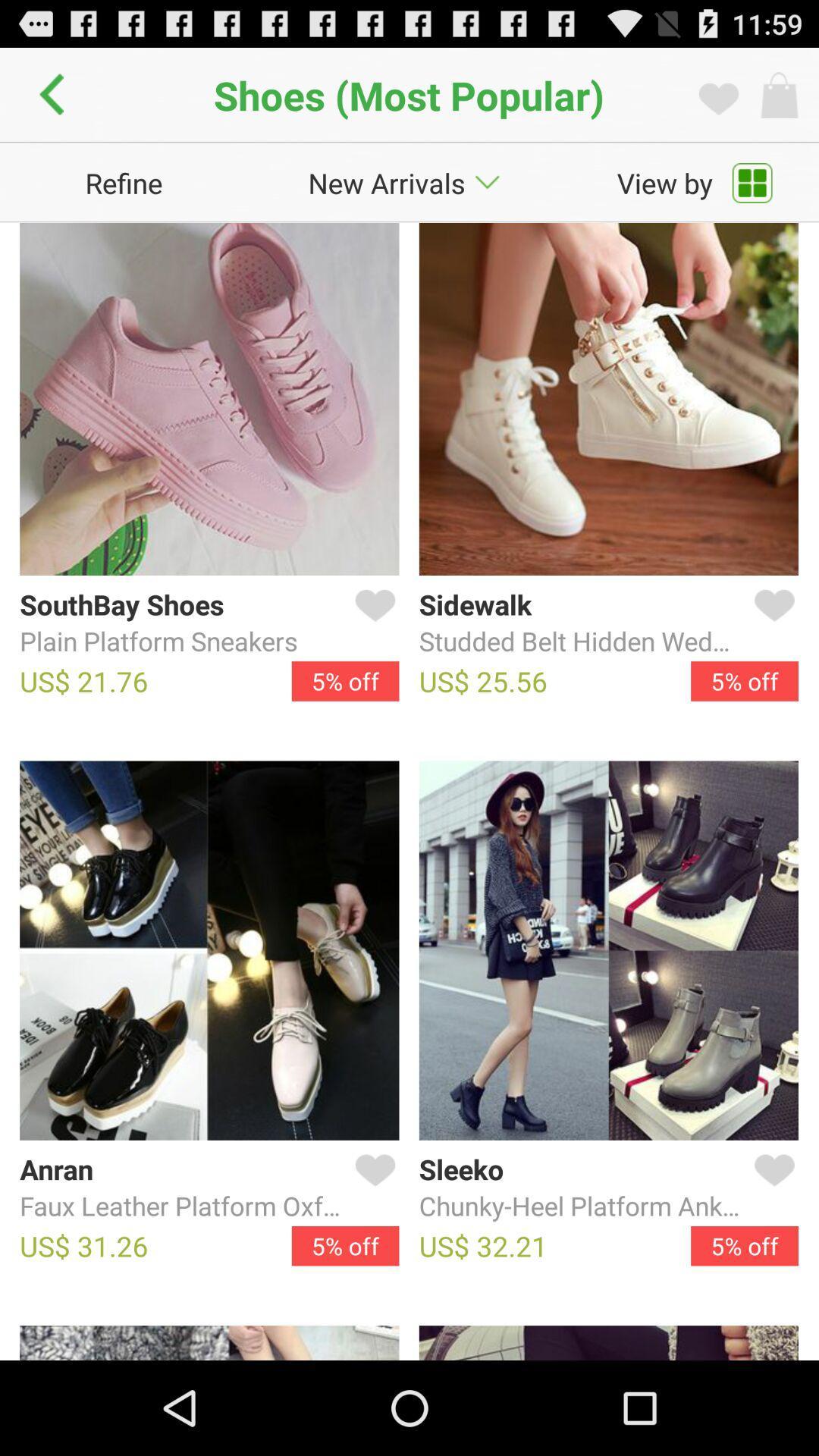 The height and width of the screenshot is (1456, 819). I want to click on to favorites, so click(771, 623).